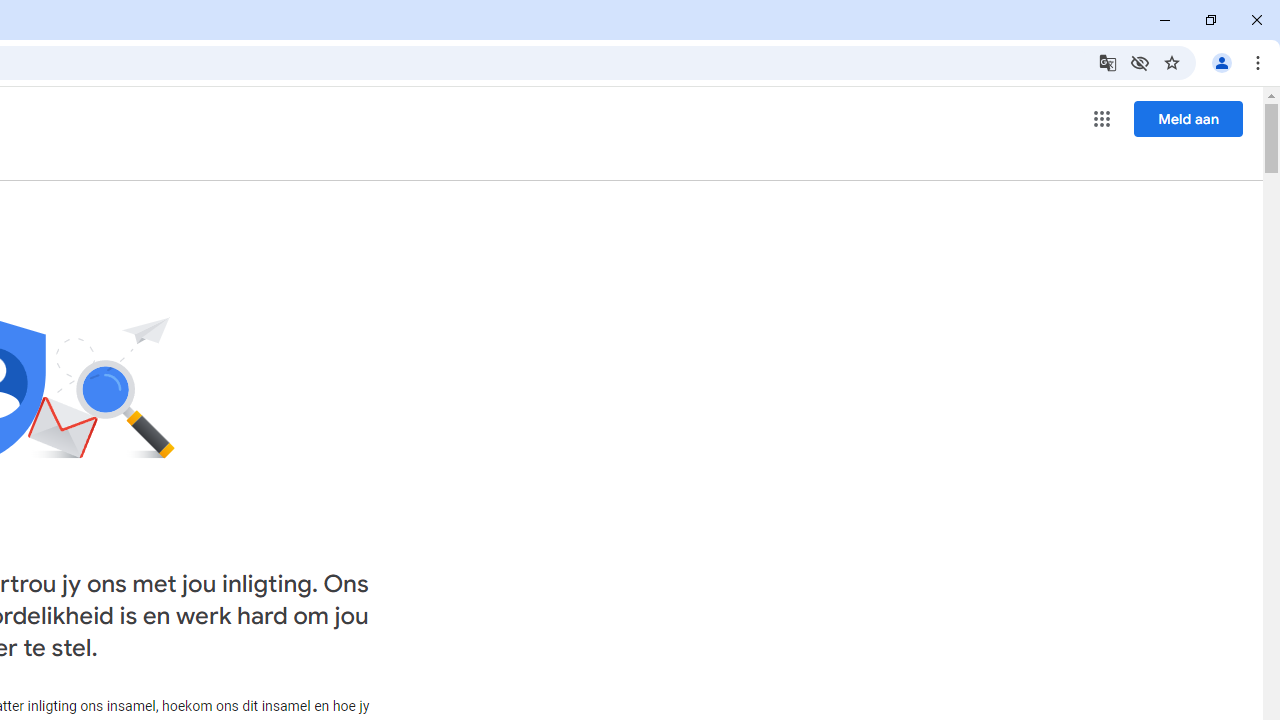 The height and width of the screenshot is (720, 1280). I want to click on 'Minimize', so click(1165, 20).